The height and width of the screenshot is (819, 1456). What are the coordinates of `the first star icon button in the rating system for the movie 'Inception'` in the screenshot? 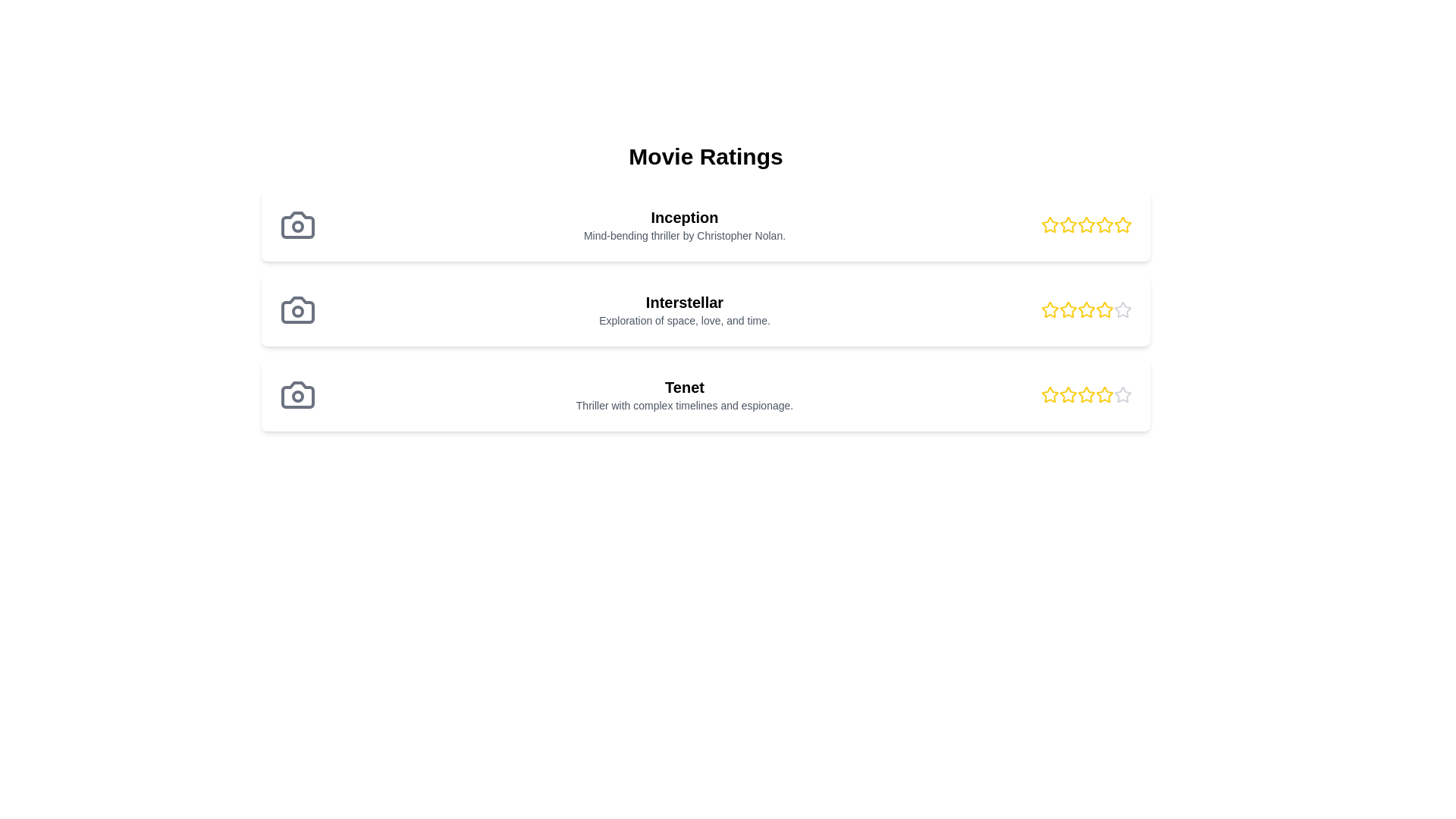 It's located at (1050, 225).